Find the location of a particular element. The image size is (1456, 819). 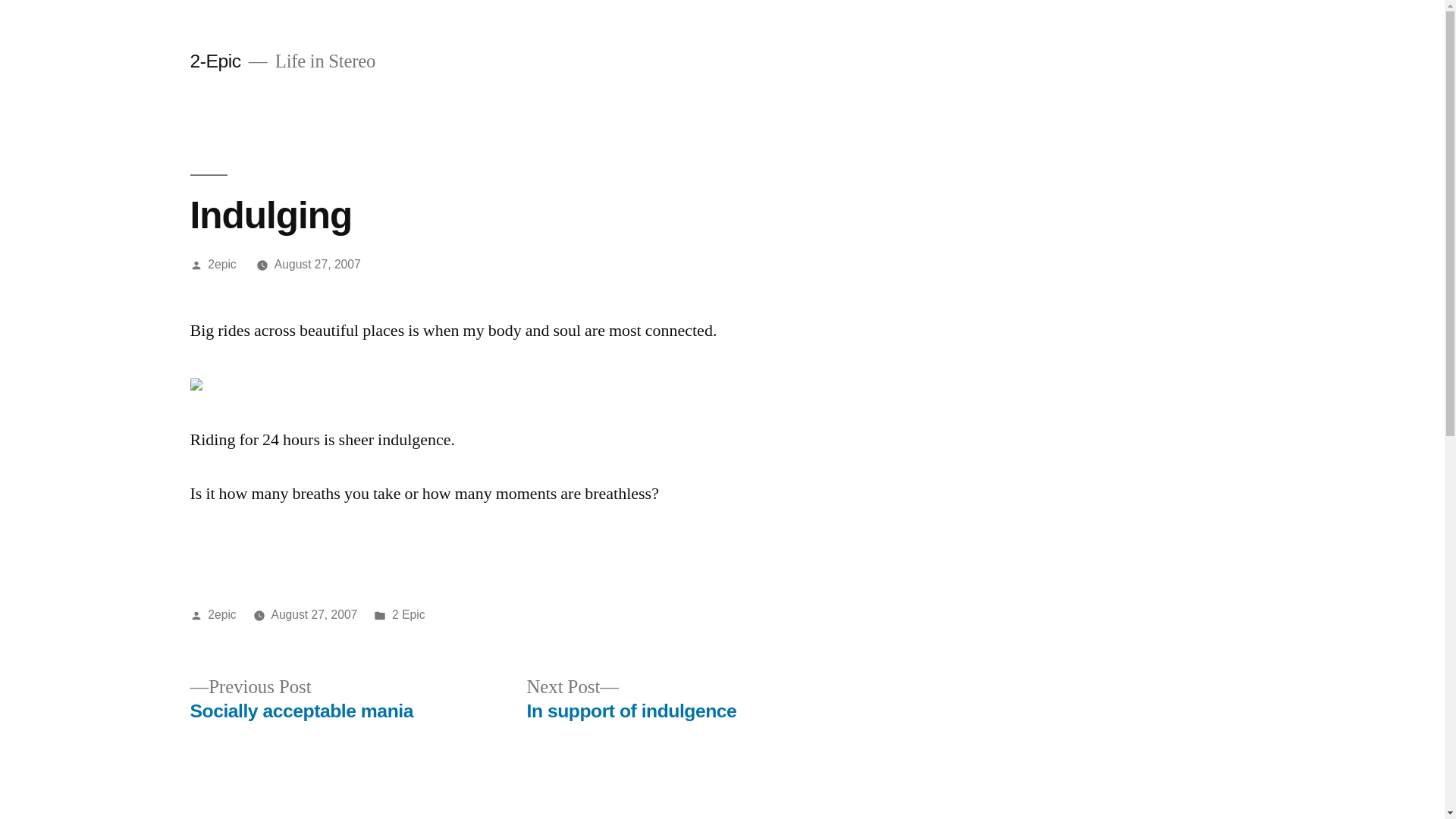

'2epic' is located at coordinates (221, 263).